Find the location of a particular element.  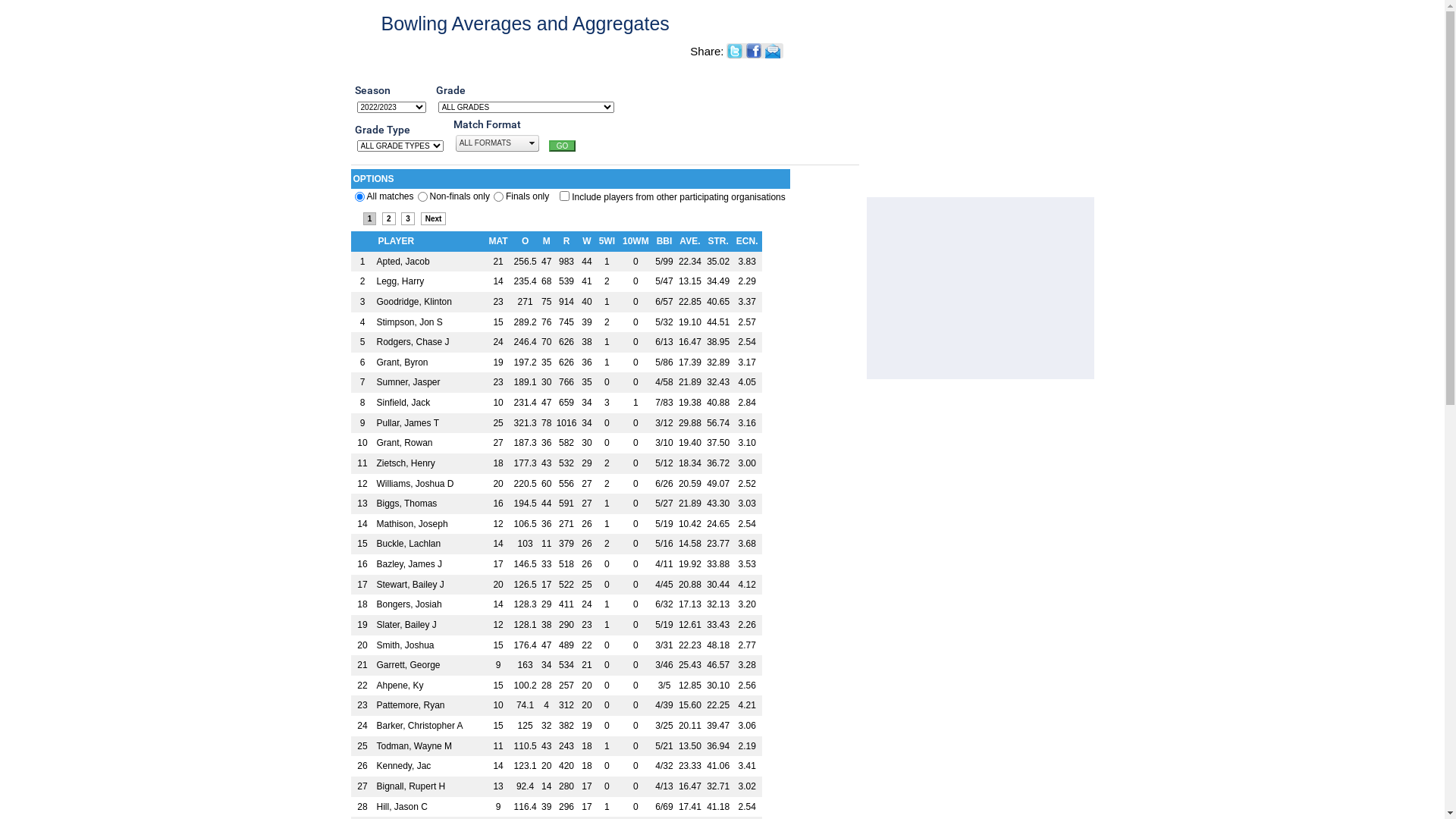

'ECN.' is located at coordinates (735, 240).